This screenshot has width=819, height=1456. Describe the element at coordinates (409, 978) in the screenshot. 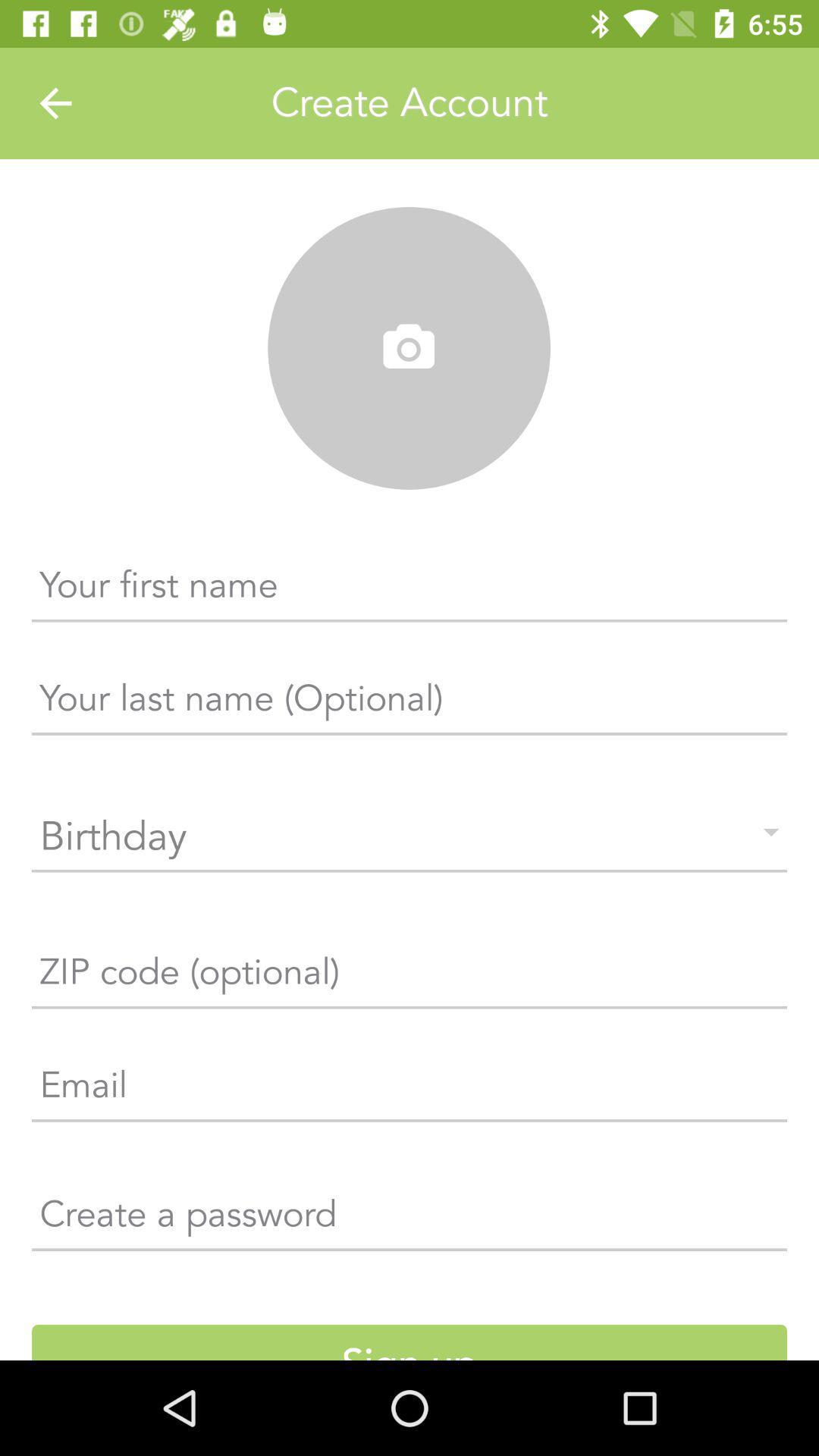

I see `the text which is just below the birthday` at that location.